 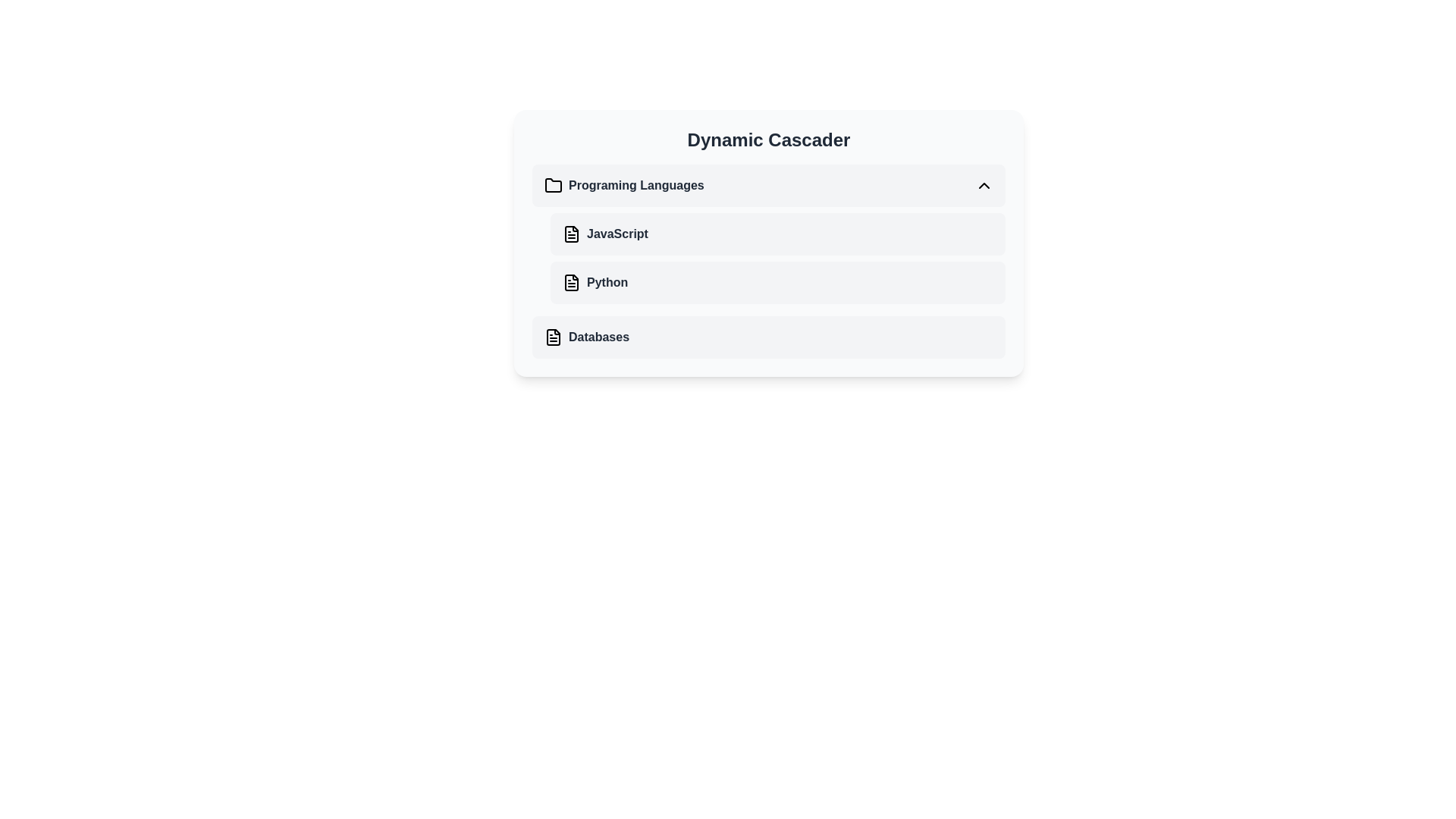 What do you see at coordinates (778, 283) in the screenshot?
I see `the 'Python' button, which is the second item in the 'Programming Languages' dropdown menu` at bounding box center [778, 283].